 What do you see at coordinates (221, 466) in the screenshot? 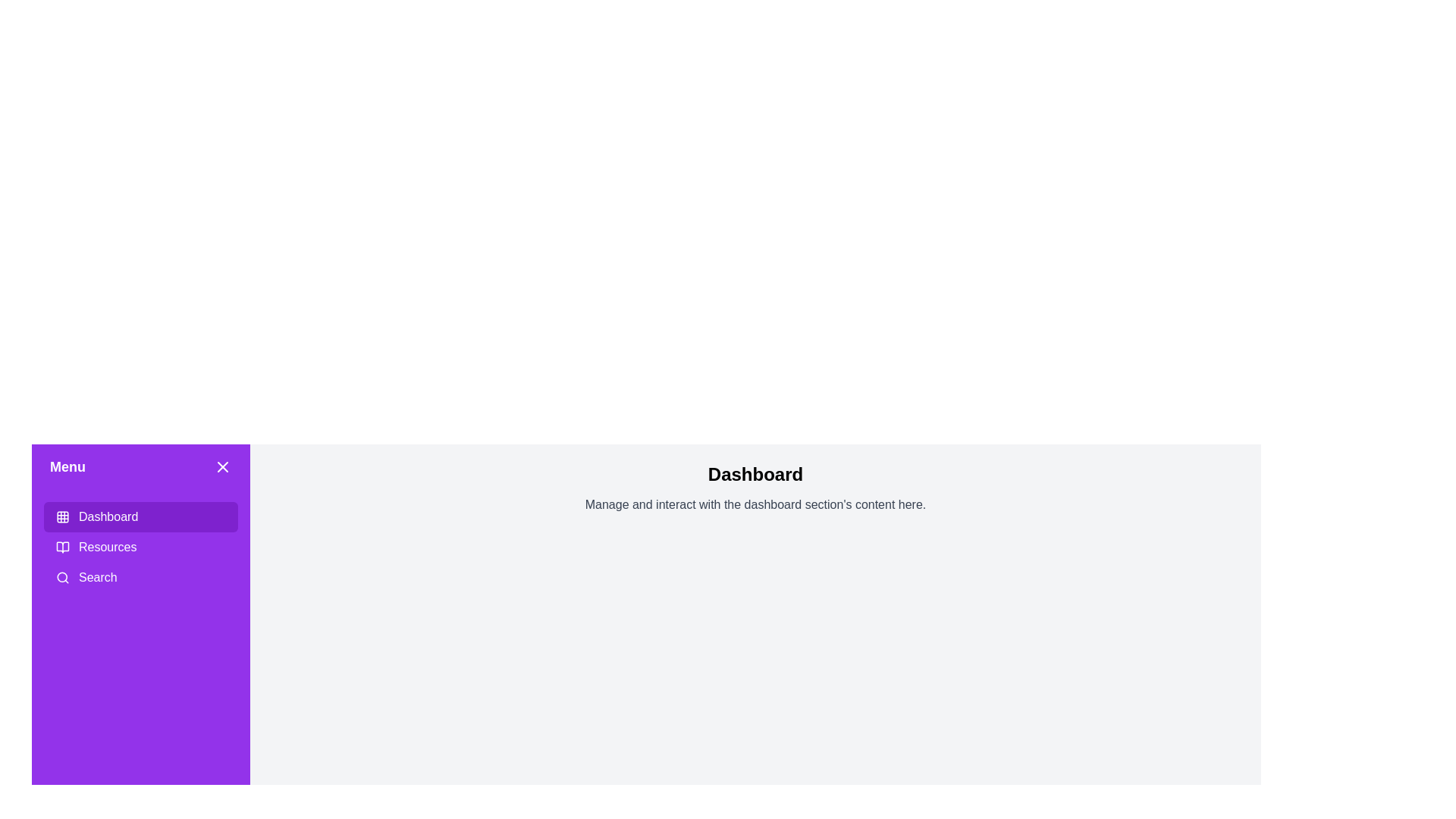
I see `the close icon represented by an 'X' shape located in the top-right corner of the purple sidebar area to trigger a tooltip or highlight effect` at bounding box center [221, 466].